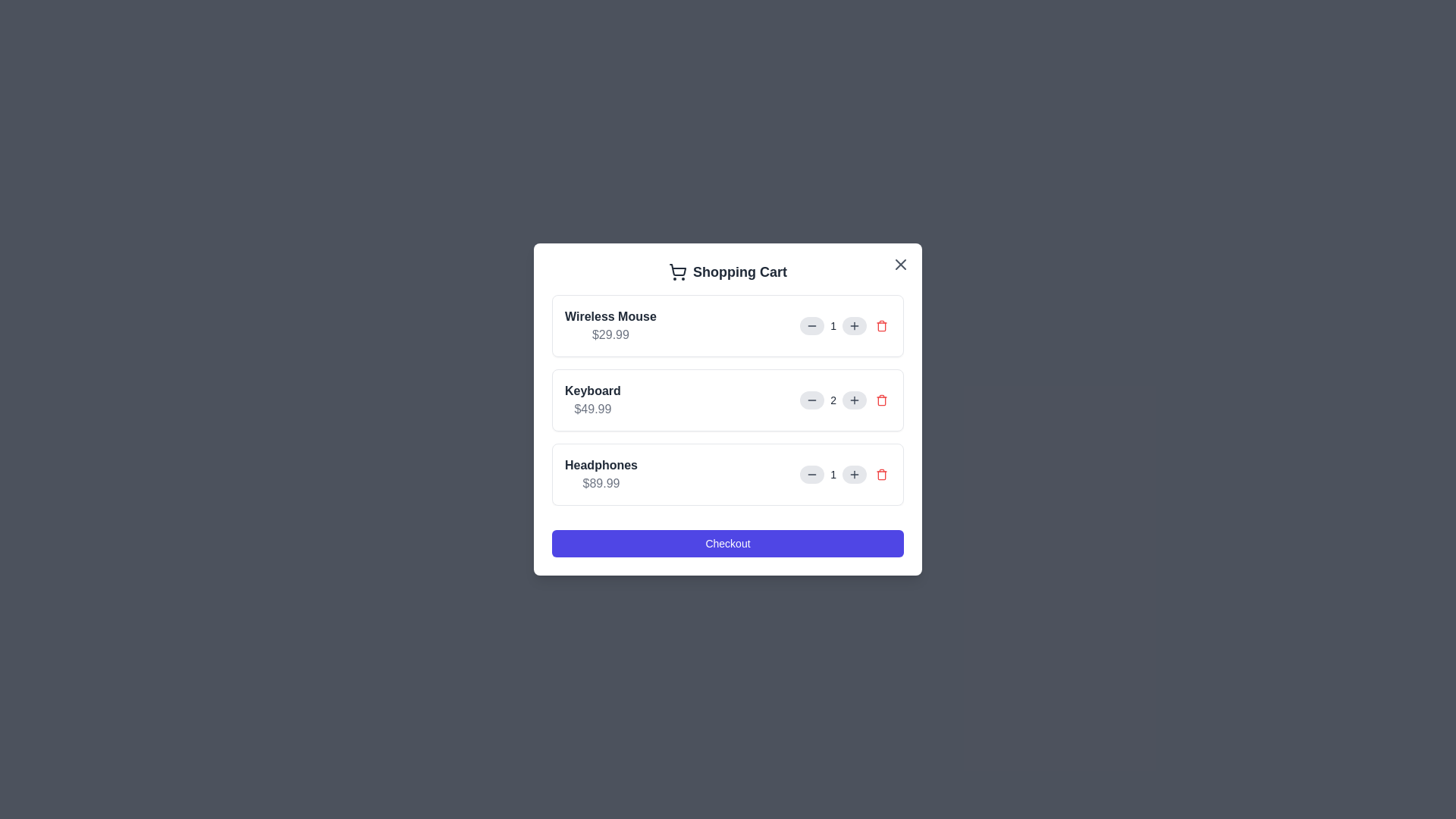  What do you see at coordinates (881, 473) in the screenshot?
I see `the third icon to the right of the quantity controls in the 'Headphones' row of the shopping cart` at bounding box center [881, 473].